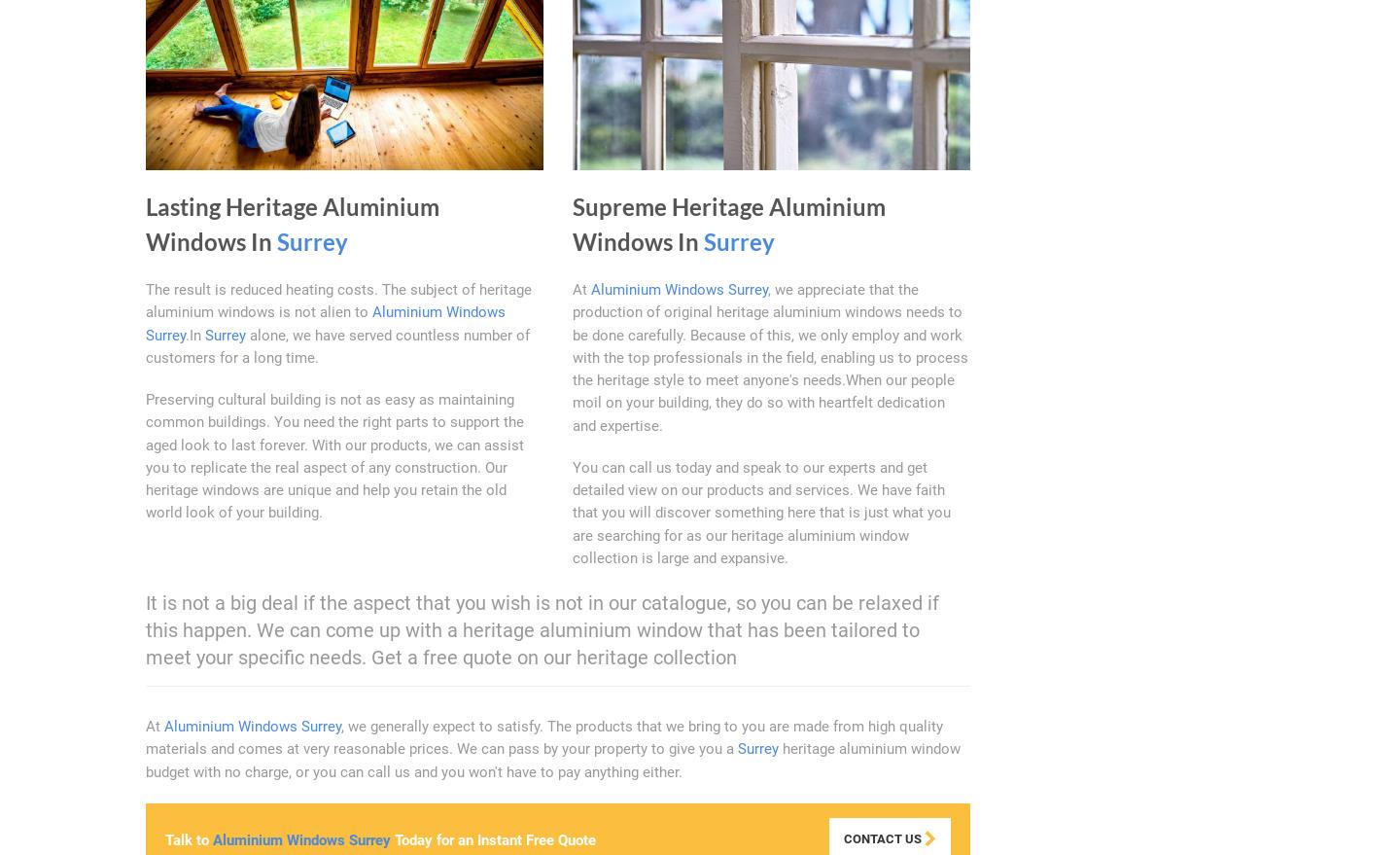  Describe the element at coordinates (291, 224) in the screenshot. I see `'Lasting Heritage Aluminium Windows In'` at that location.